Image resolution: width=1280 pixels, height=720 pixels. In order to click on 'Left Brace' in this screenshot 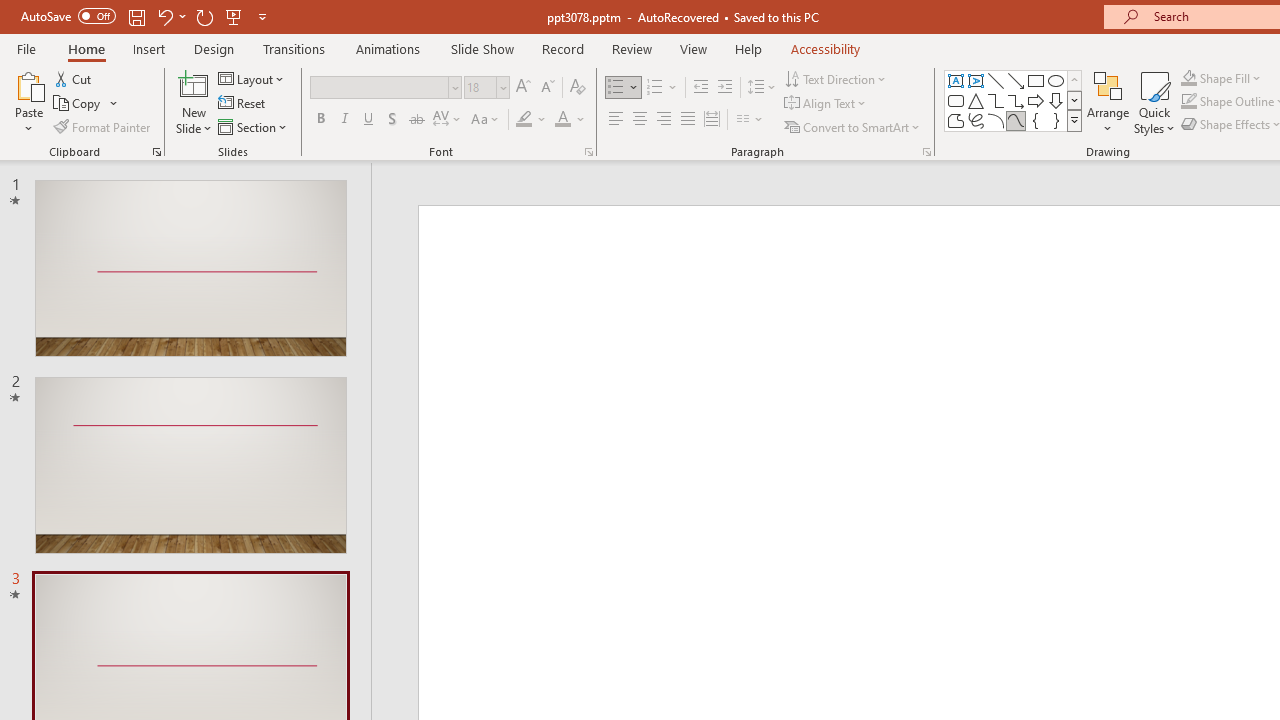, I will do `click(1036, 120)`.